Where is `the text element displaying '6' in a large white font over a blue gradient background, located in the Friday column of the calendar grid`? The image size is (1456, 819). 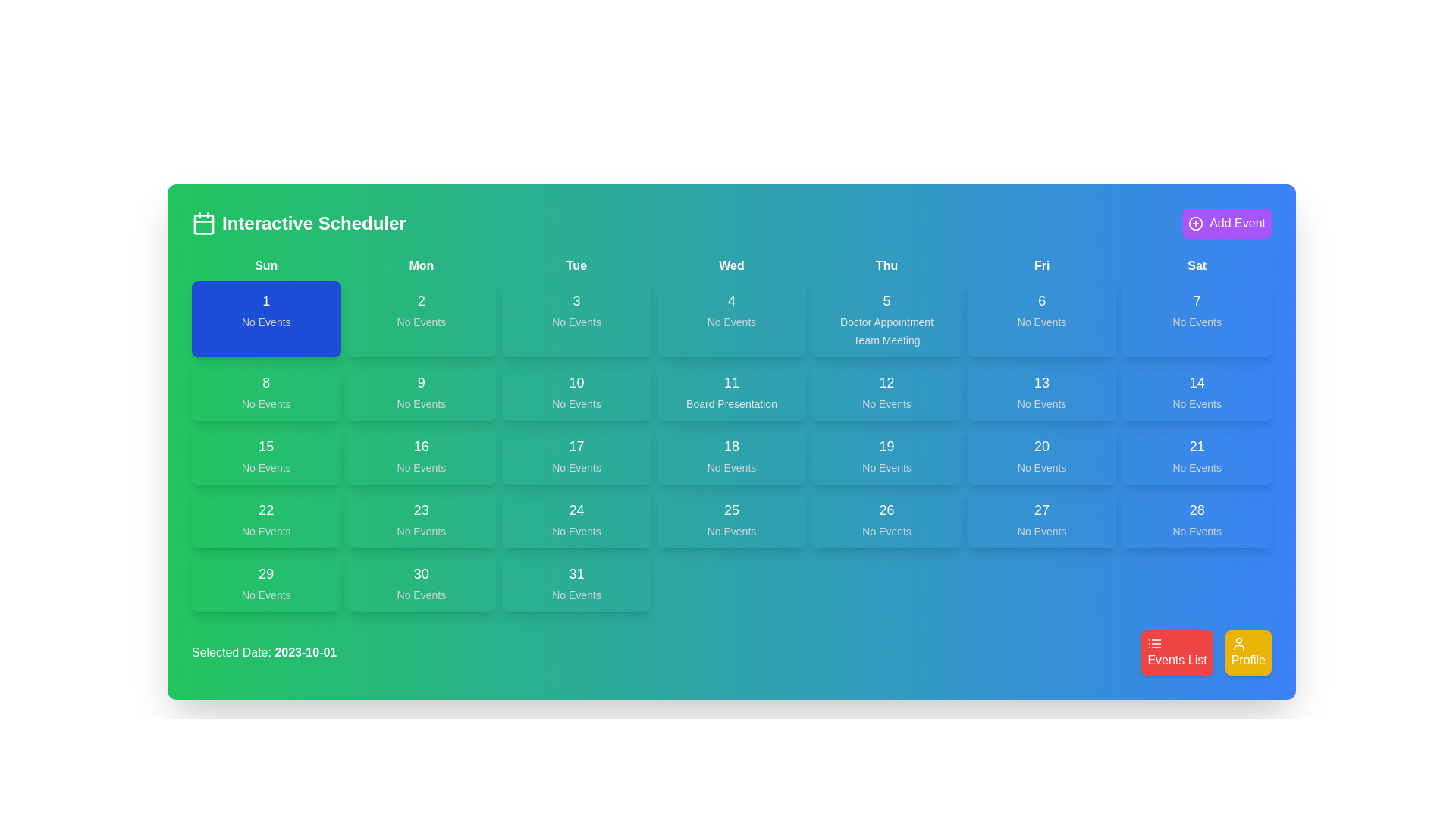
the text element displaying '6' in a large white font over a blue gradient background, located in the Friday column of the calendar grid is located at coordinates (1040, 301).